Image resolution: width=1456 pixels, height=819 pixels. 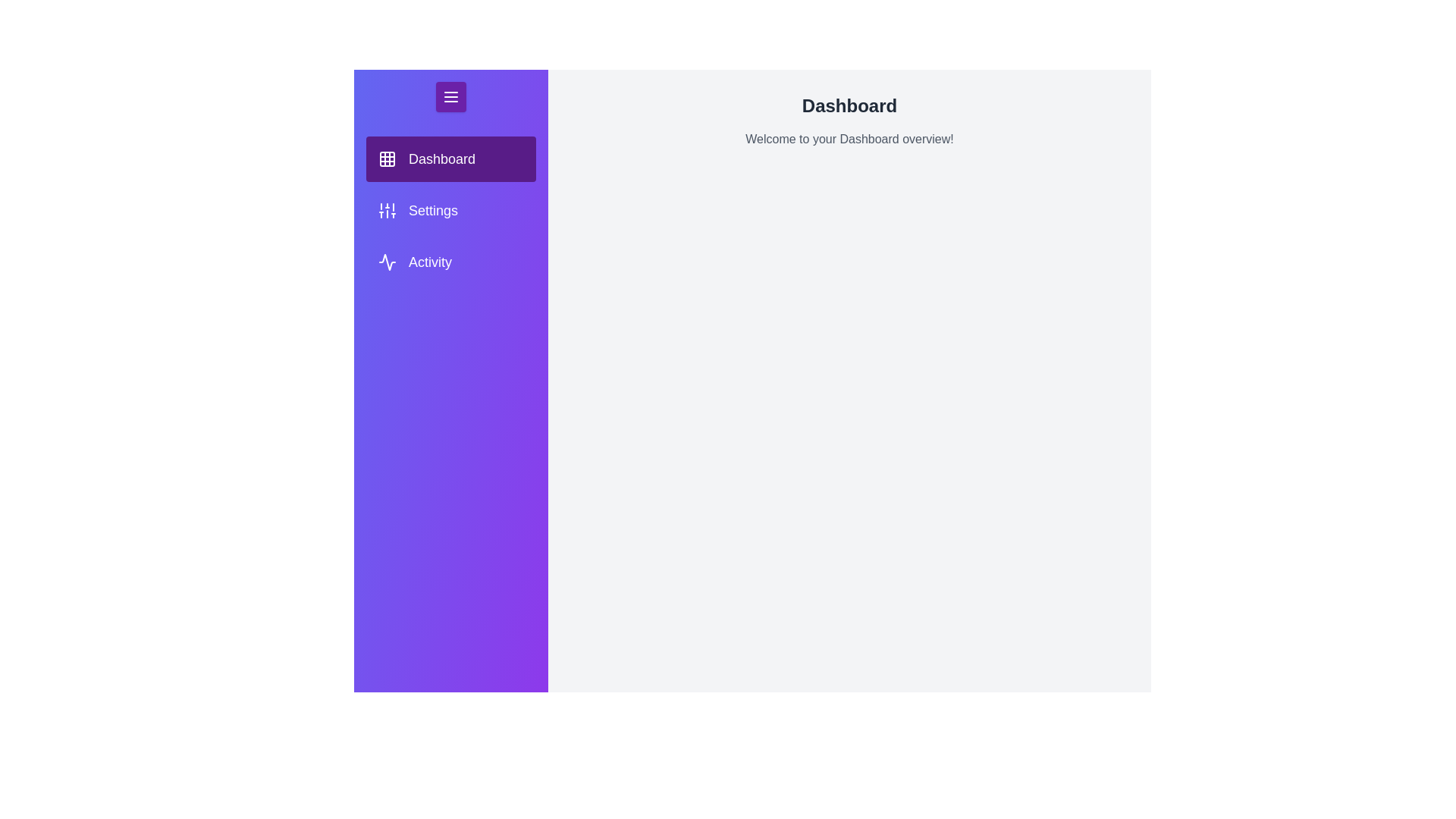 What do you see at coordinates (450, 96) in the screenshot?
I see `menu button to toggle the drawer visibility` at bounding box center [450, 96].